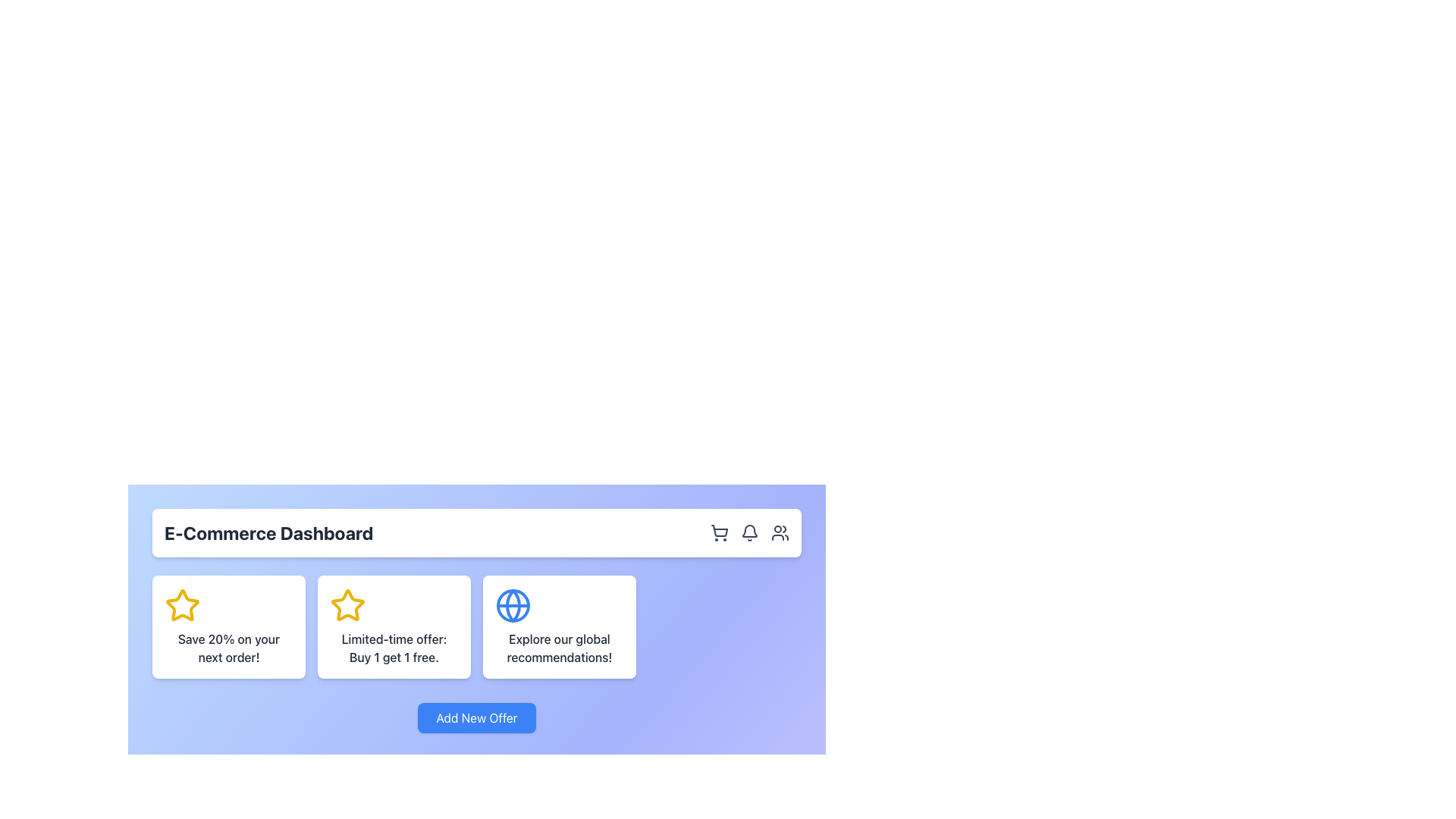 The width and height of the screenshot is (1456, 819). What do you see at coordinates (347, 604) in the screenshot?
I see `the star-shaped icon with a yellow outline and white interior, which is positioned at the center of the card containing the text 'Limited-time offer: Buy 1 get 1 free.'` at bounding box center [347, 604].